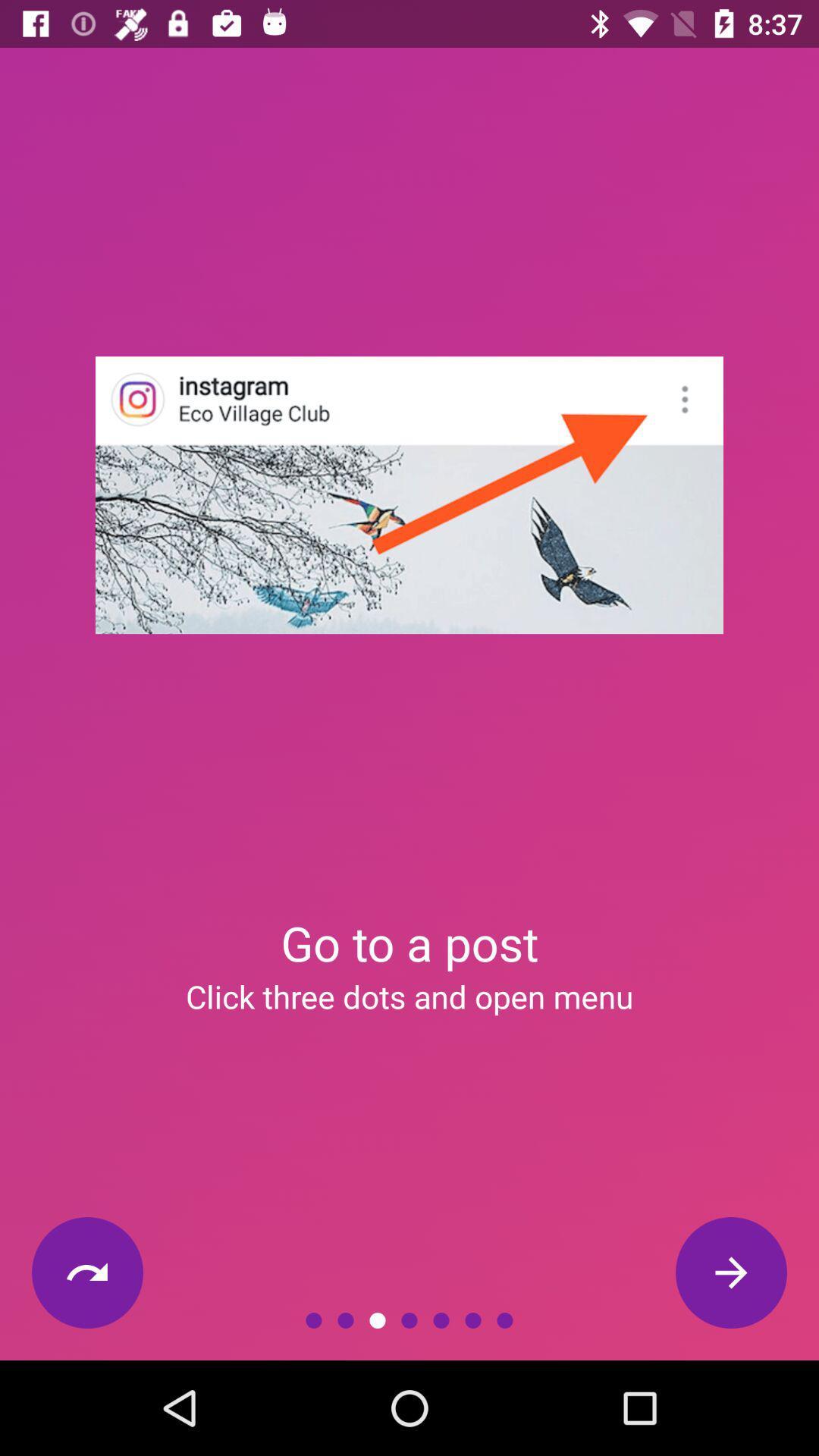 The width and height of the screenshot is (819, 1456). What do you see at coordinates (730, 1272) in the screenshot?
I see `icon at the bottom right corner` at bounding box center [730, 1272].